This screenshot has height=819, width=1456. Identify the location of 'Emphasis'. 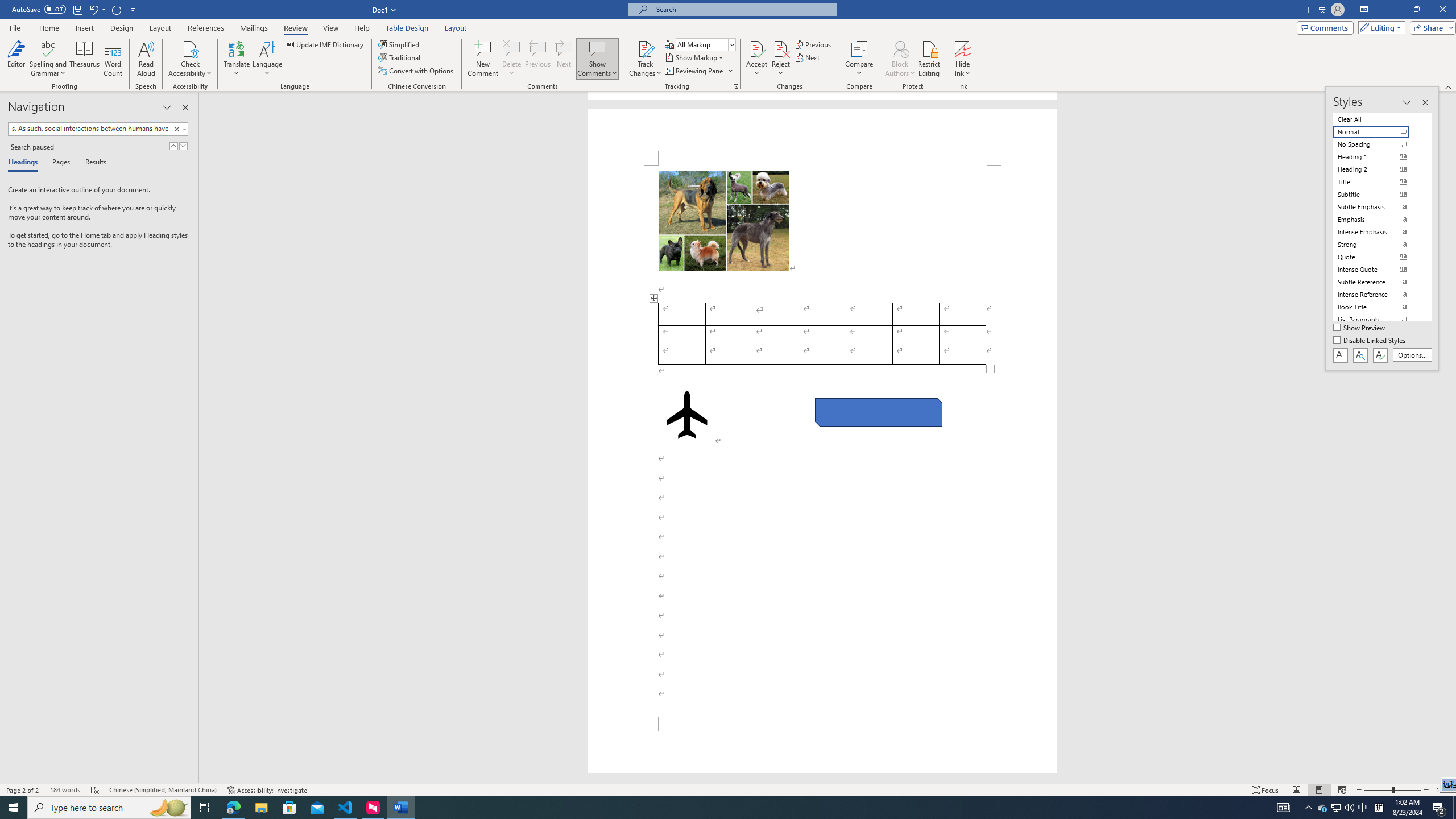
(1378, 218).